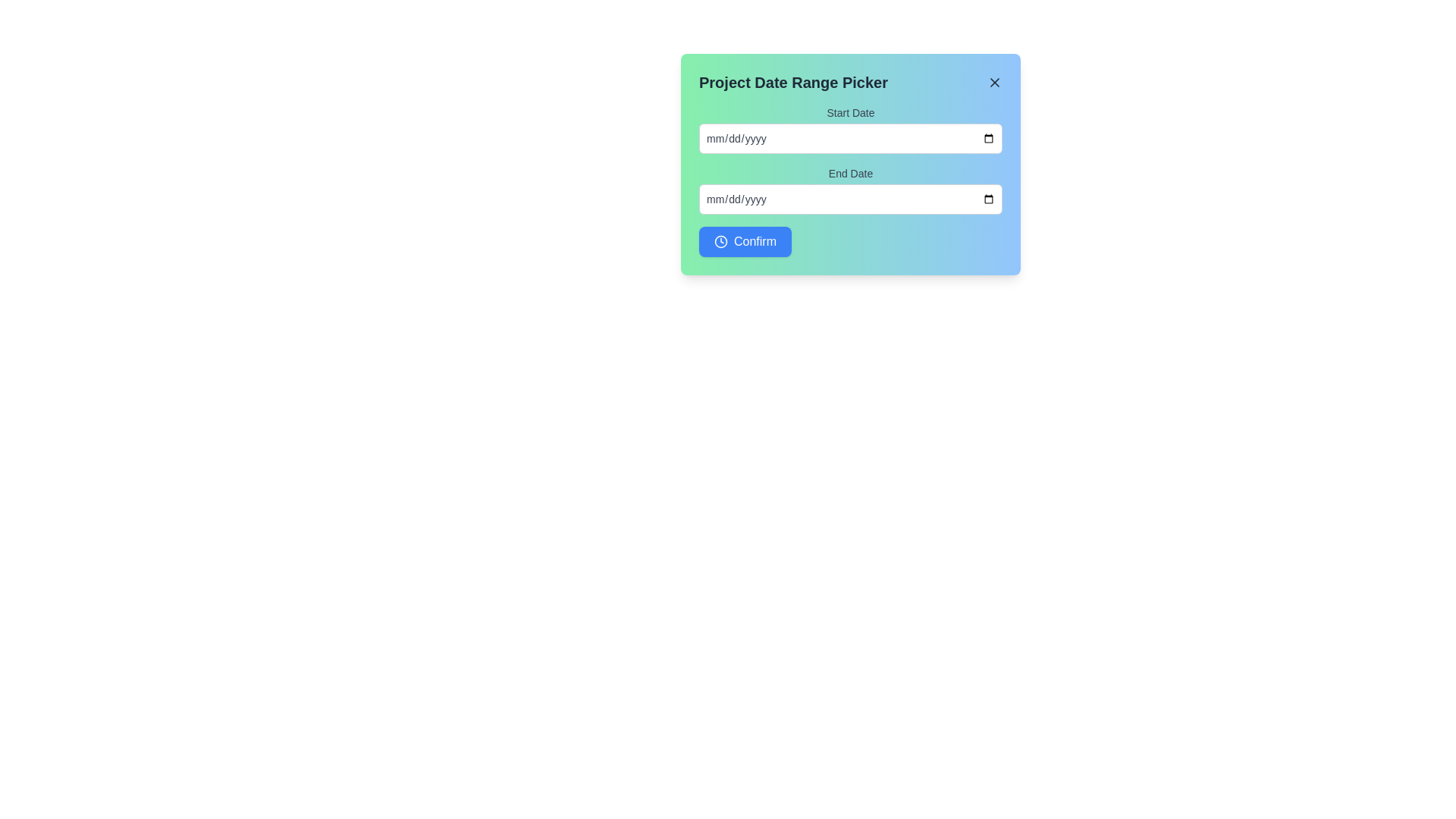 This screenshot has height=819, width=1456. Describe the element at coordinates (720, 241) in the screenshot. I see `the clock icon located within the 'Confirm' button at the bottom center of the modal interface` at that location.